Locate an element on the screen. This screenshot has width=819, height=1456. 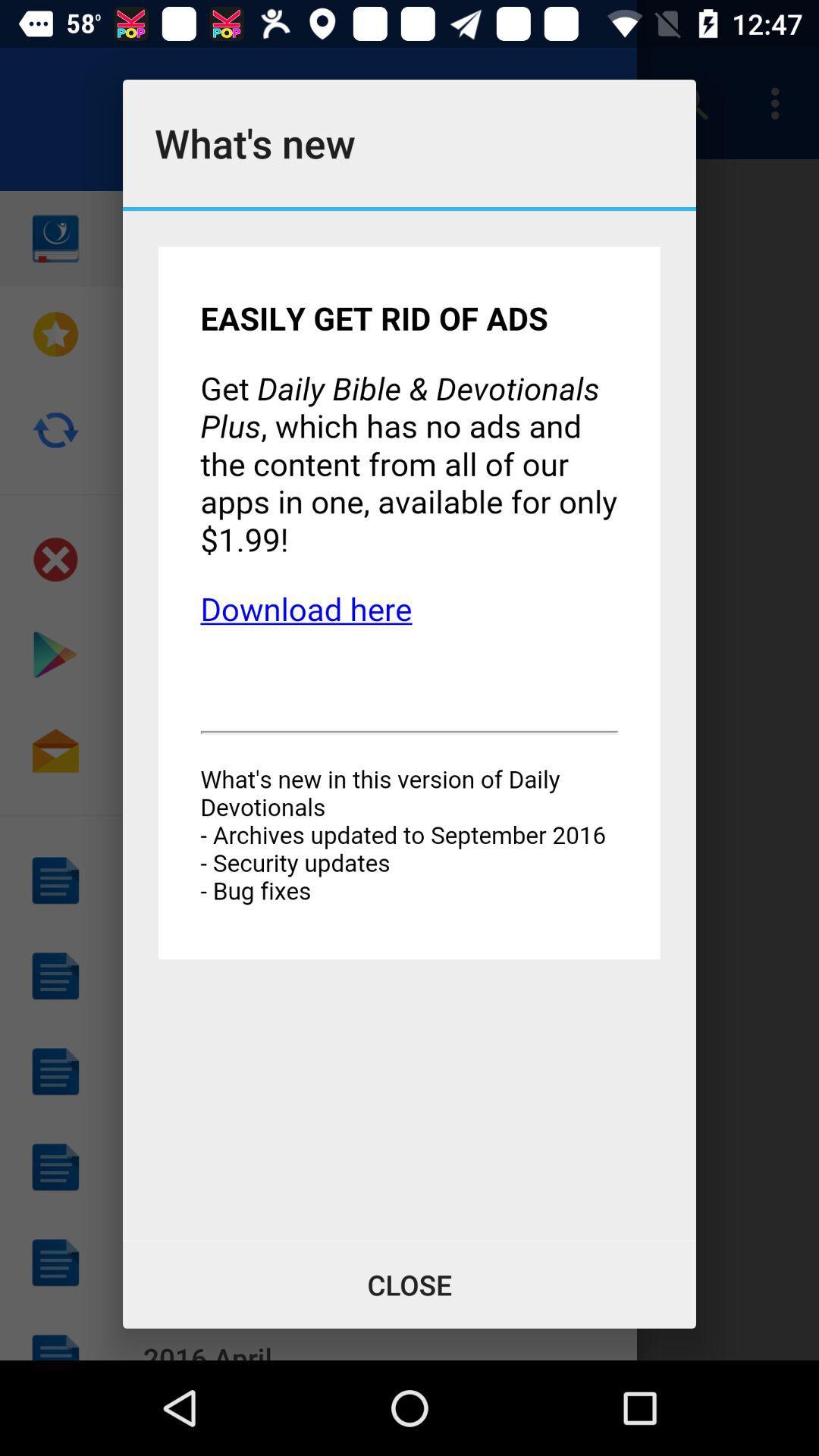
icon at the center is located at coordinates (409, 724).